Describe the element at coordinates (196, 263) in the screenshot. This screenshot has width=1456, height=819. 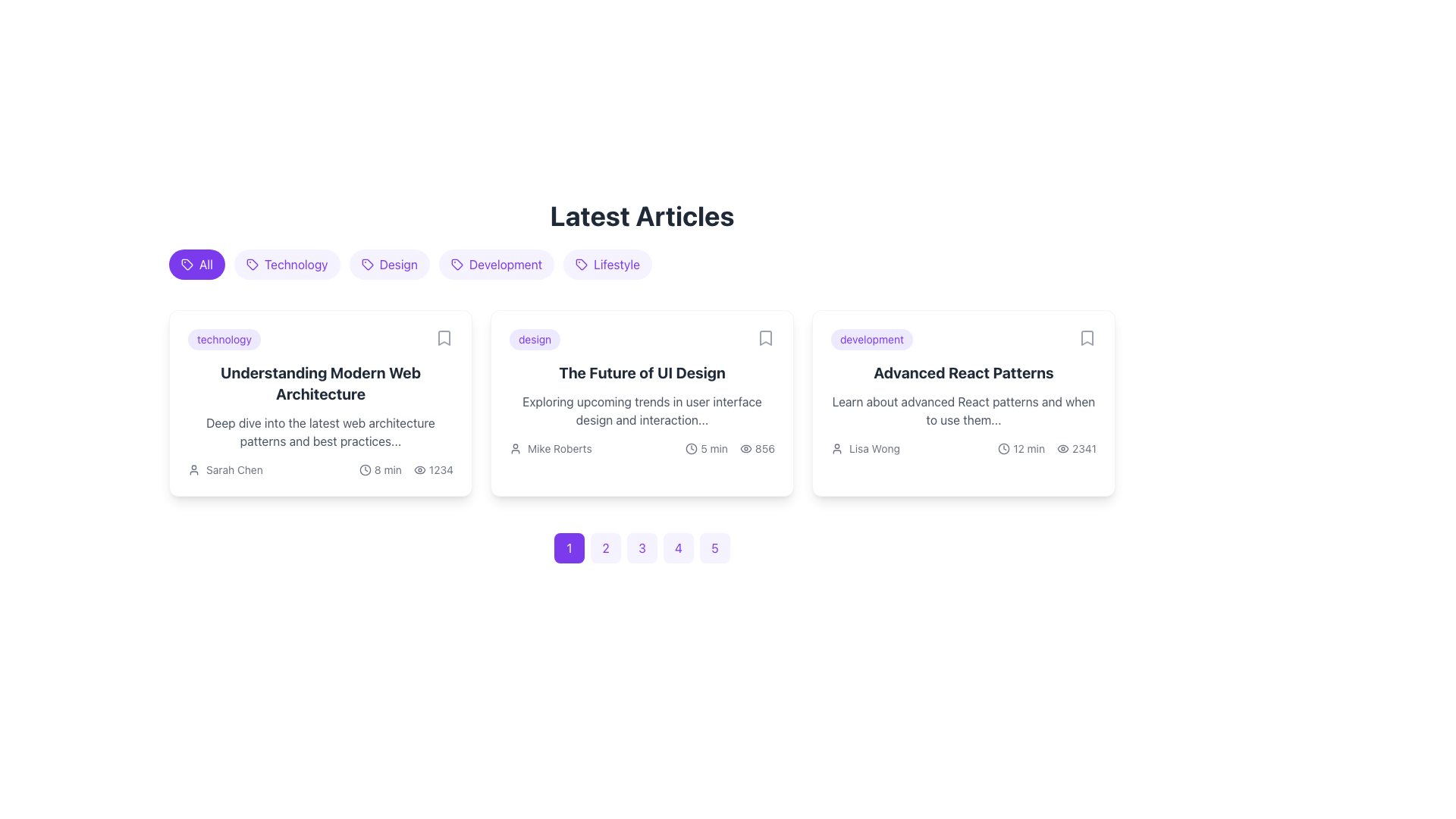
I see `the rounded rectangular button with a purple background and the text 'All' to apply the filter` at that location.